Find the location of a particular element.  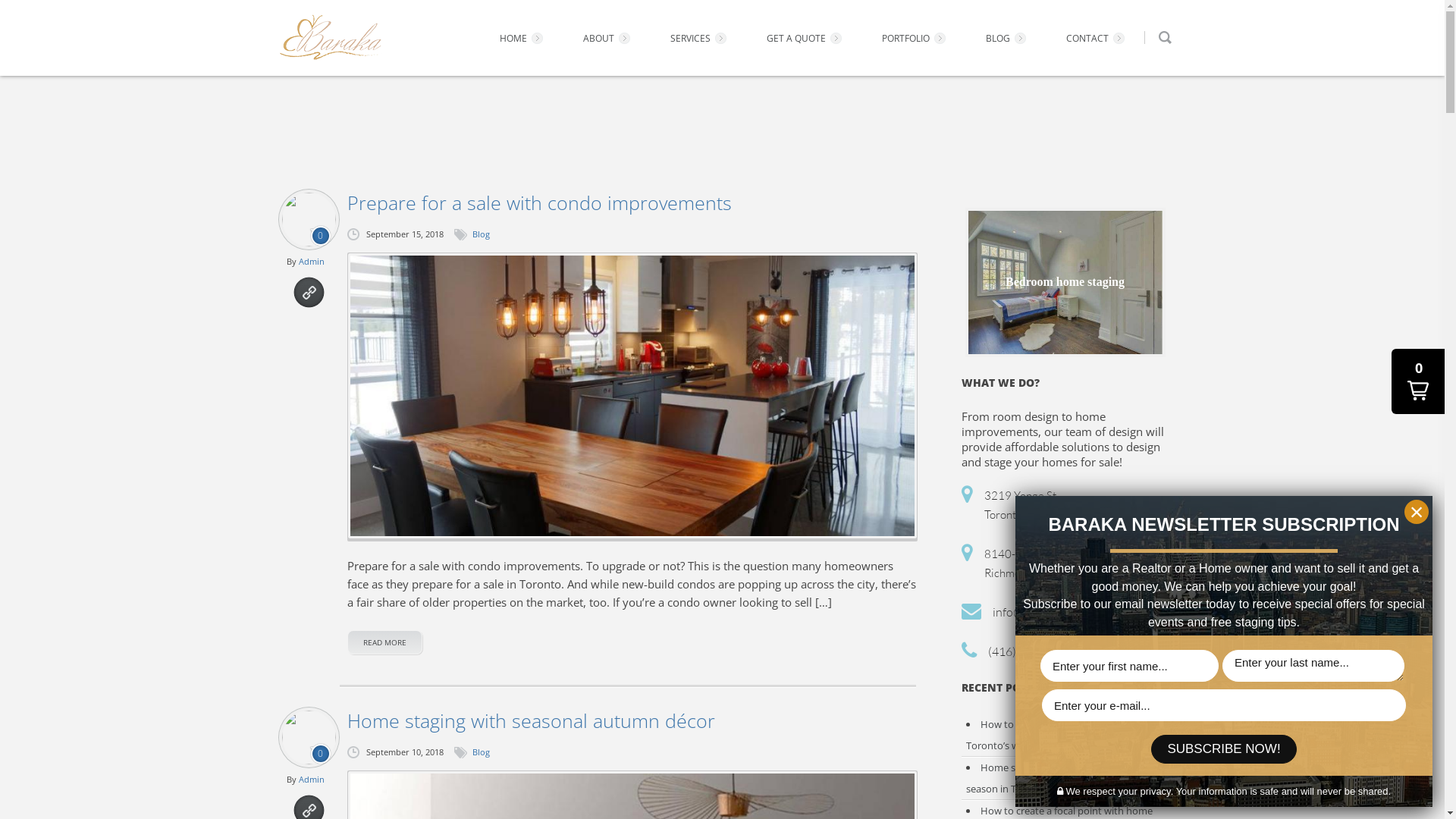

'READ MORE' is located at coordinates (384, 642).